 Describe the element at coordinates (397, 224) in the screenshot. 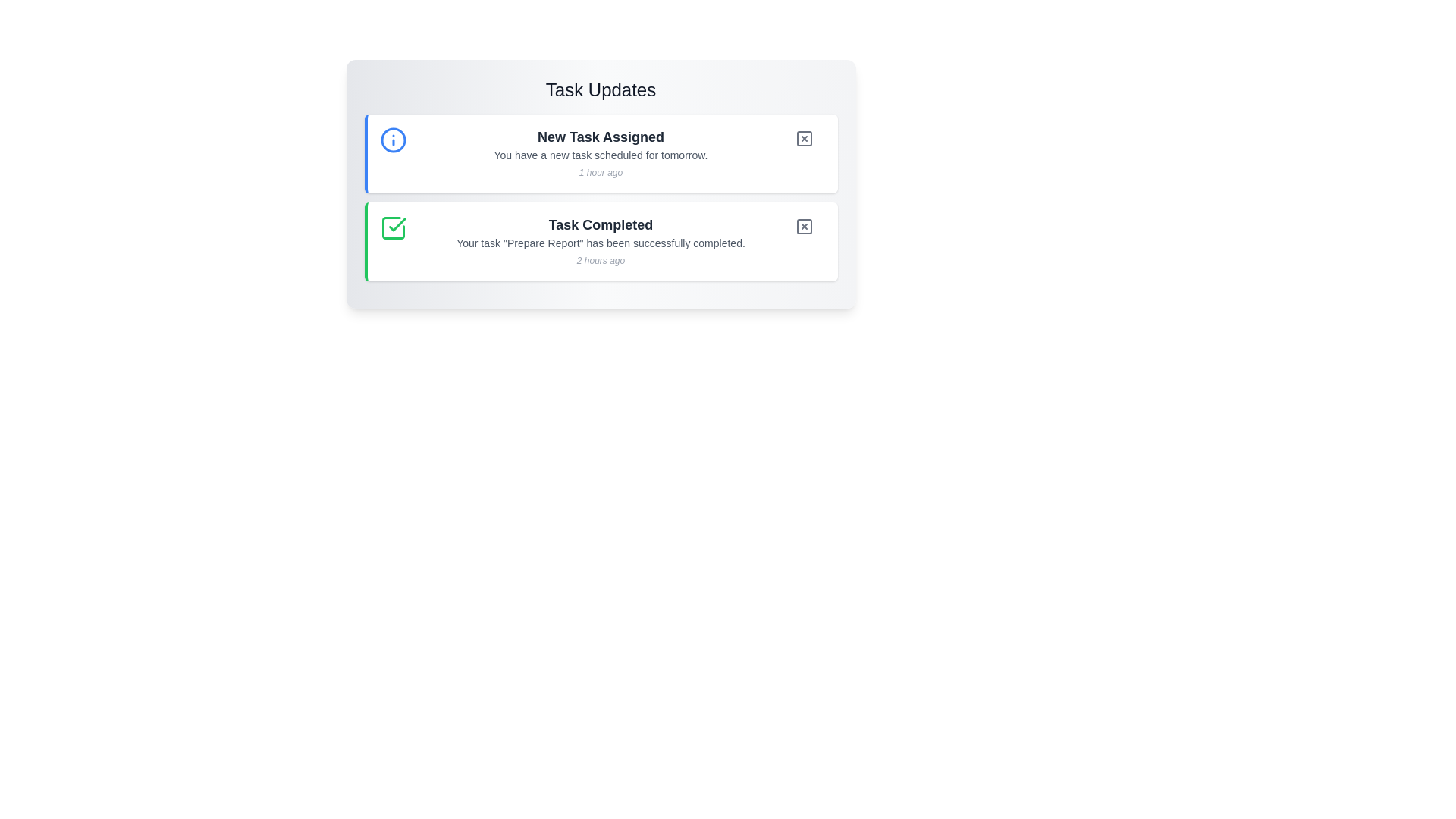

I see `the green checkmark icon within the 'Task Completed' notification card, which indicates a completed or approved action` at that location.